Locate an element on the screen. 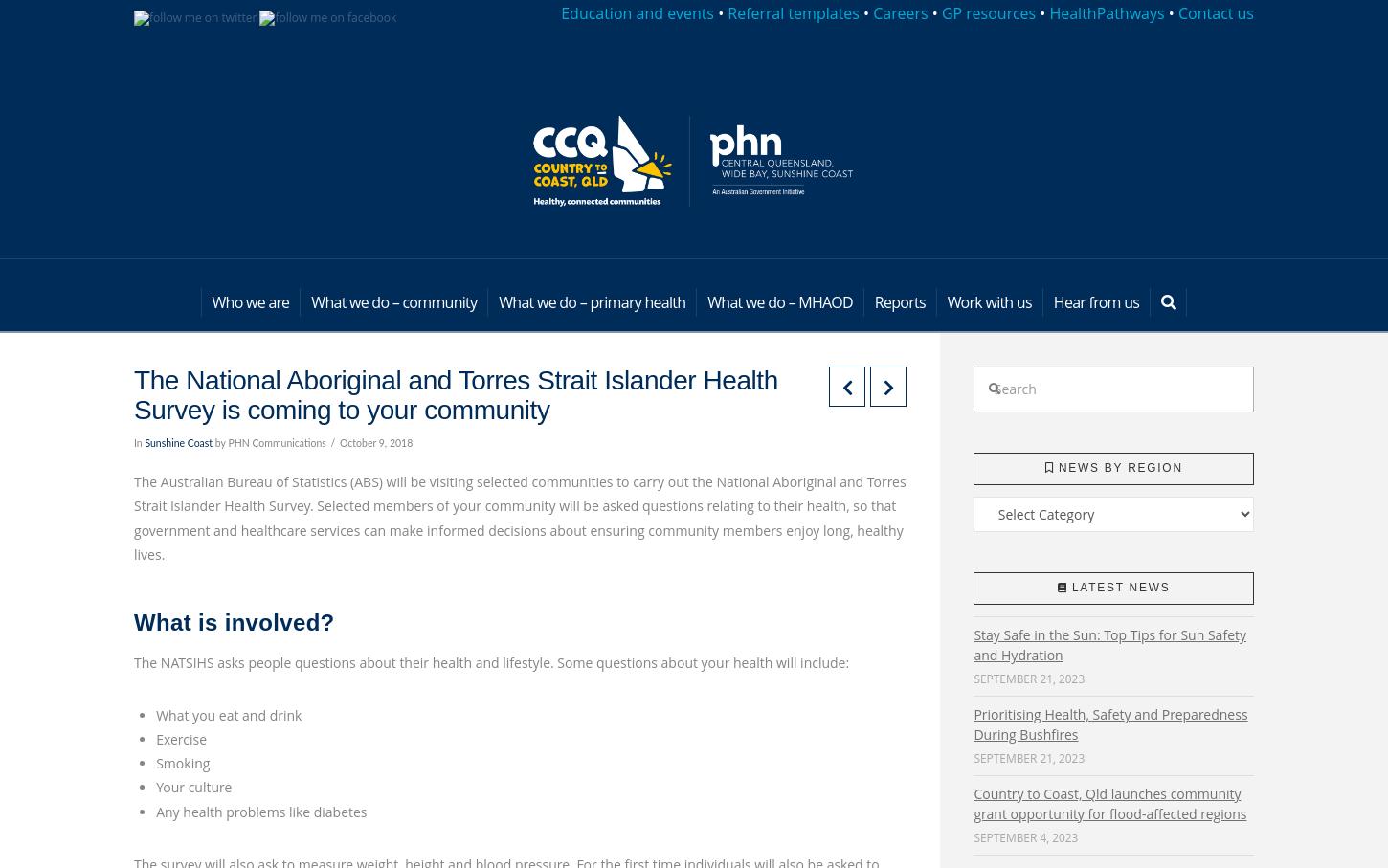 This screenshot has height=868, width=1388. 'Stay Safe in the Sun: Top Tips for Sun Safety and Hydration' is located at coordinates (1108, 643).